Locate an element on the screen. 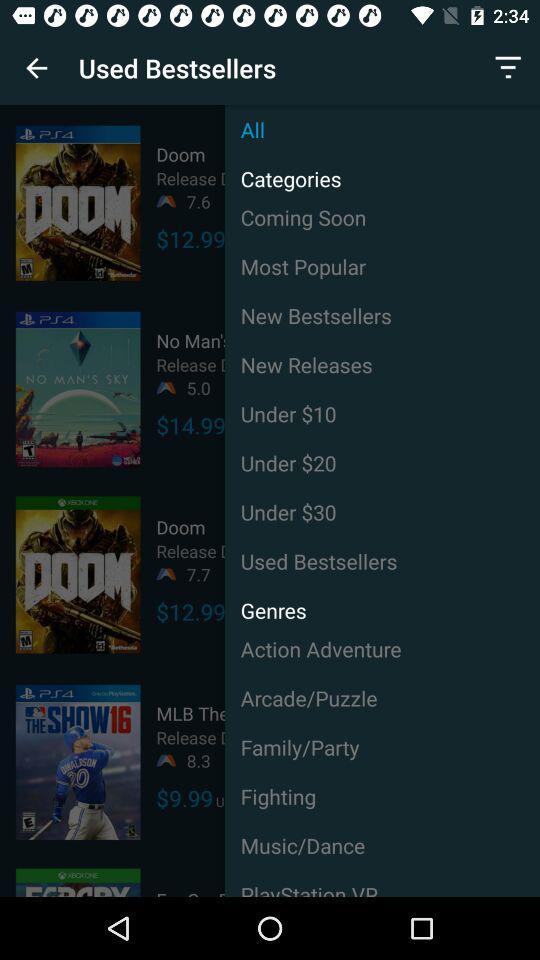 This screenshot has width=540, height=960. the icon next to $14.99 is located at coordinates (382, 413).